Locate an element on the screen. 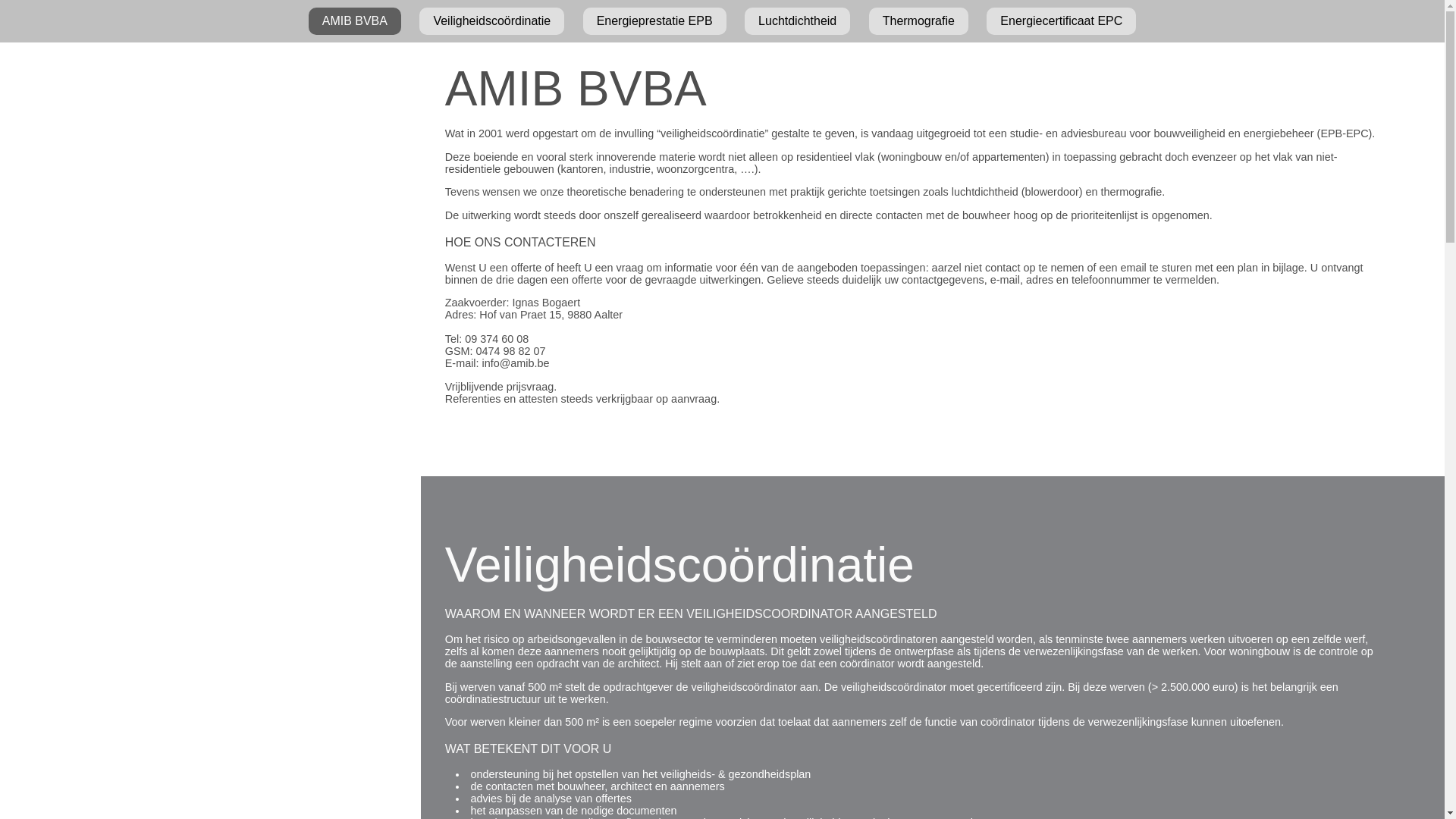  'Energiecertificaat EPC' is located at coordinates (1060, 20).